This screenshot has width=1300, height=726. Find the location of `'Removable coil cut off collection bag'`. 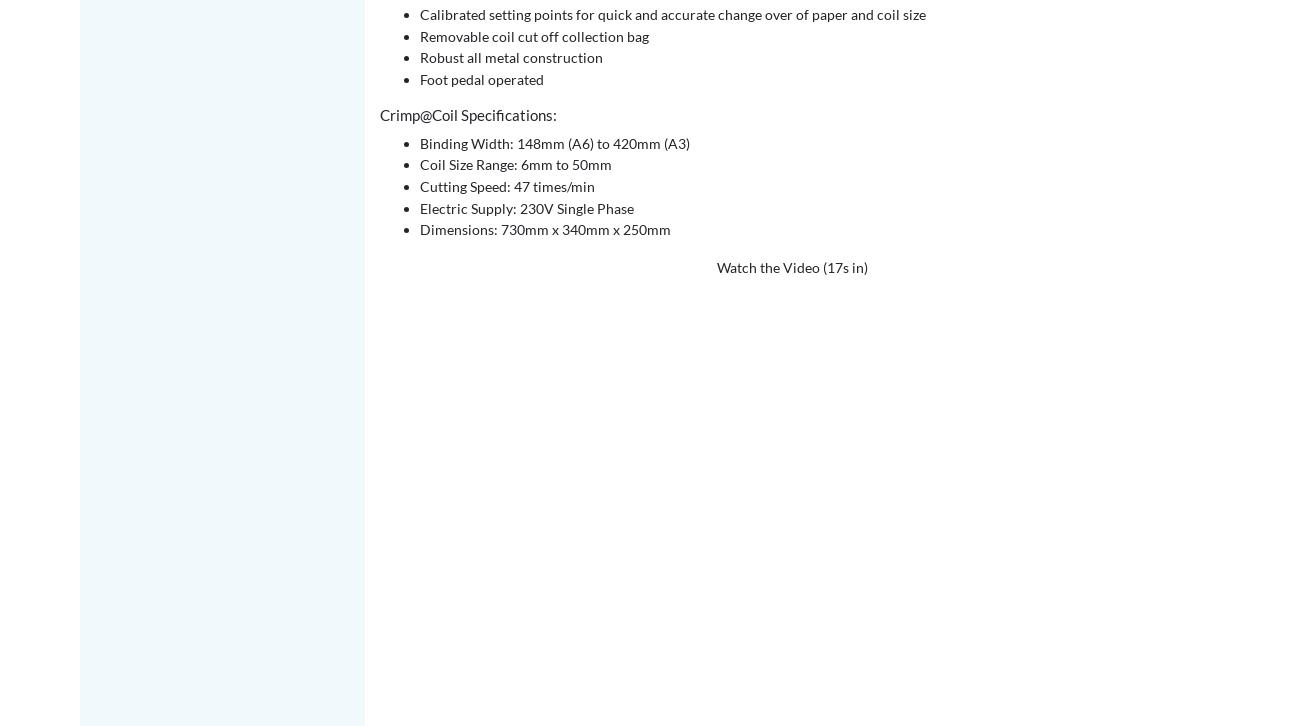

'Removable coil cut off collection bag' is located at coordinates (420, 35).